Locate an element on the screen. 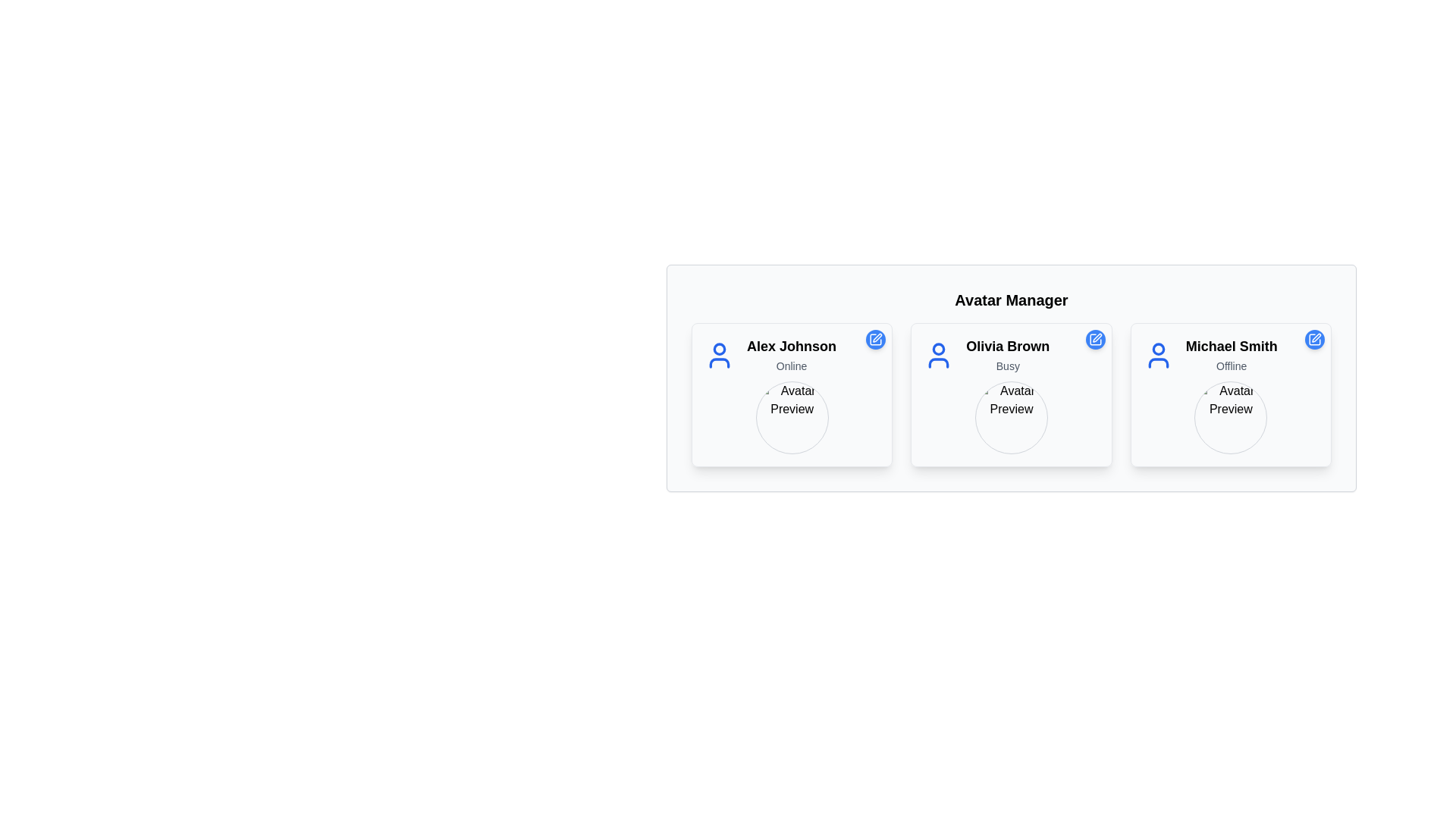 The image size is (1456, 819). the text display showing the name 'Michael Smith' in the top central part of the rightmost card in the 'Avatar Manager' interface is located at coordinates (1232, 346).